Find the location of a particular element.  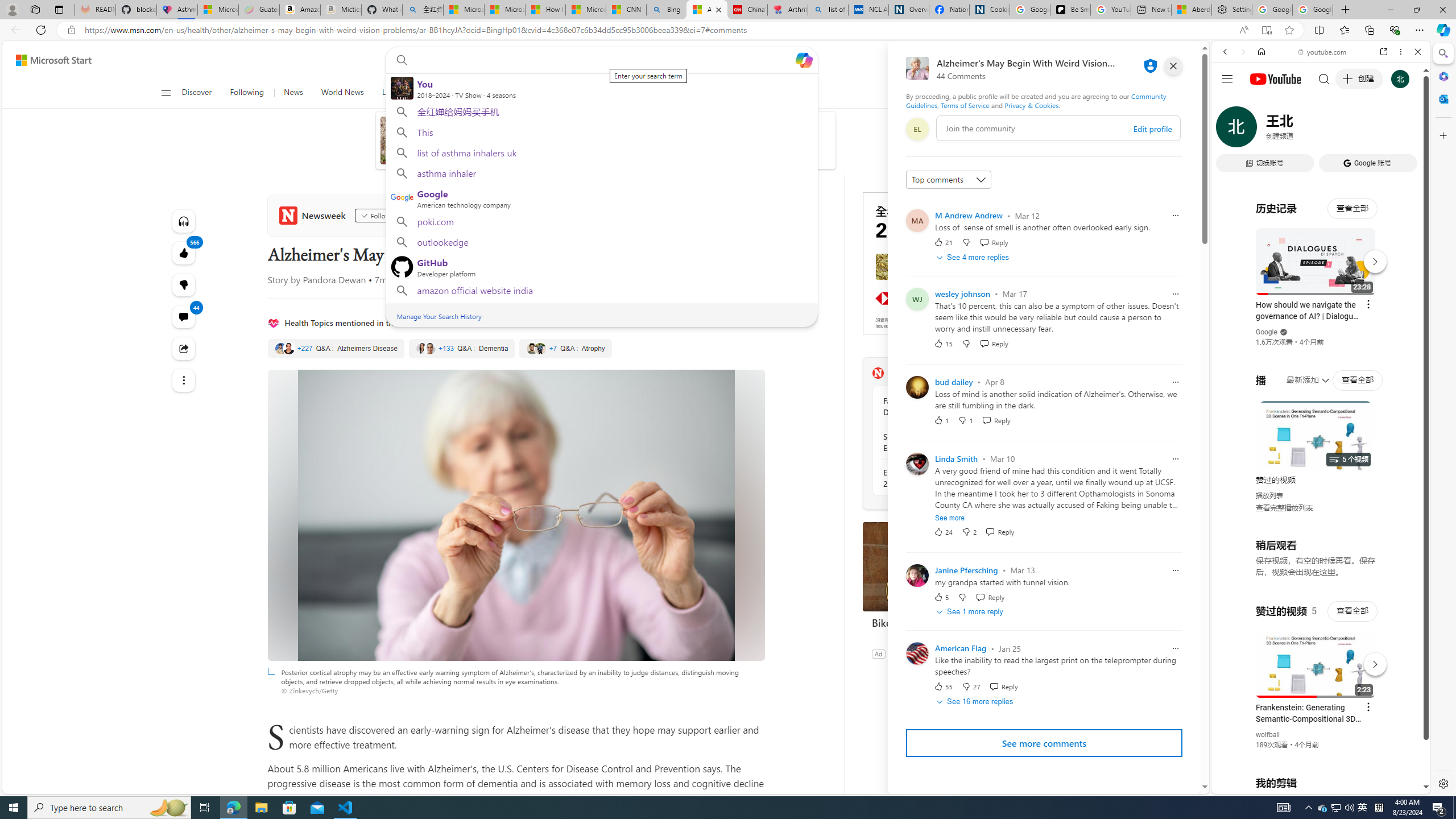

'M Andrew Andrew' is located at coordinates (969, 215).